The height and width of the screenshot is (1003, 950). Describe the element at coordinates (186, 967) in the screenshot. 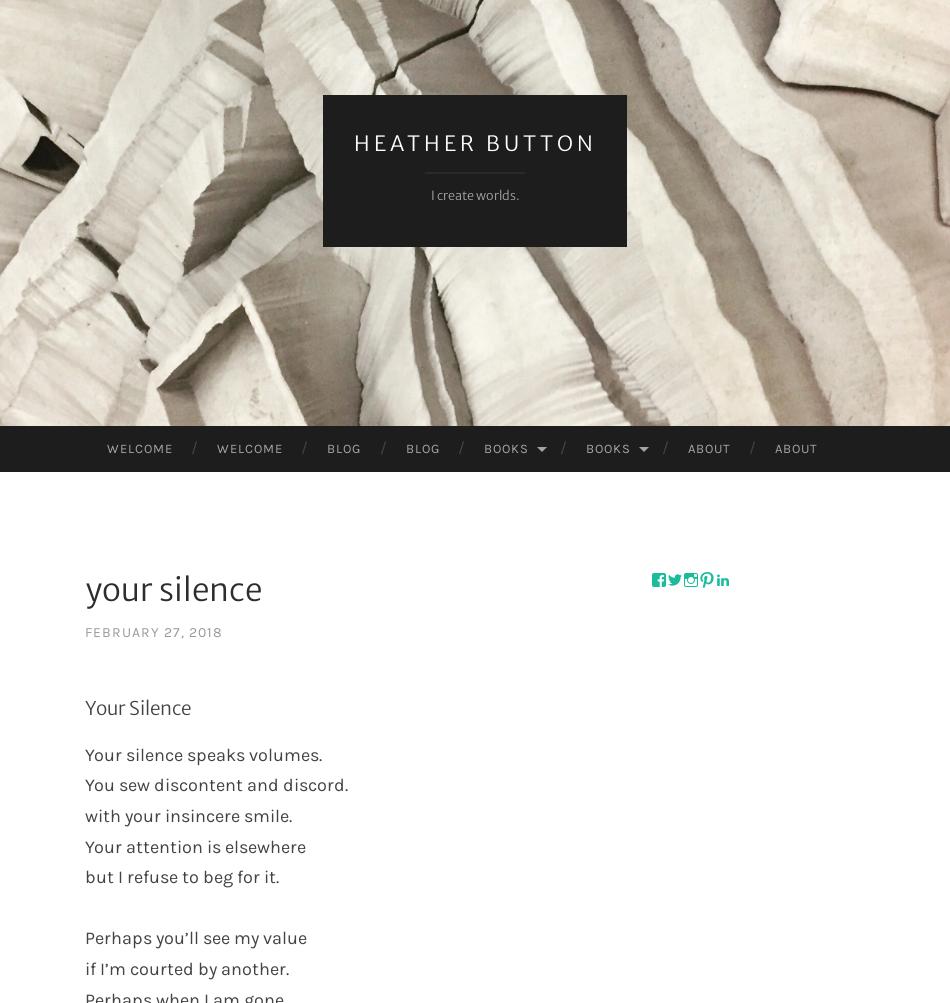

I see `'if I’m courted by another.'` at that location.